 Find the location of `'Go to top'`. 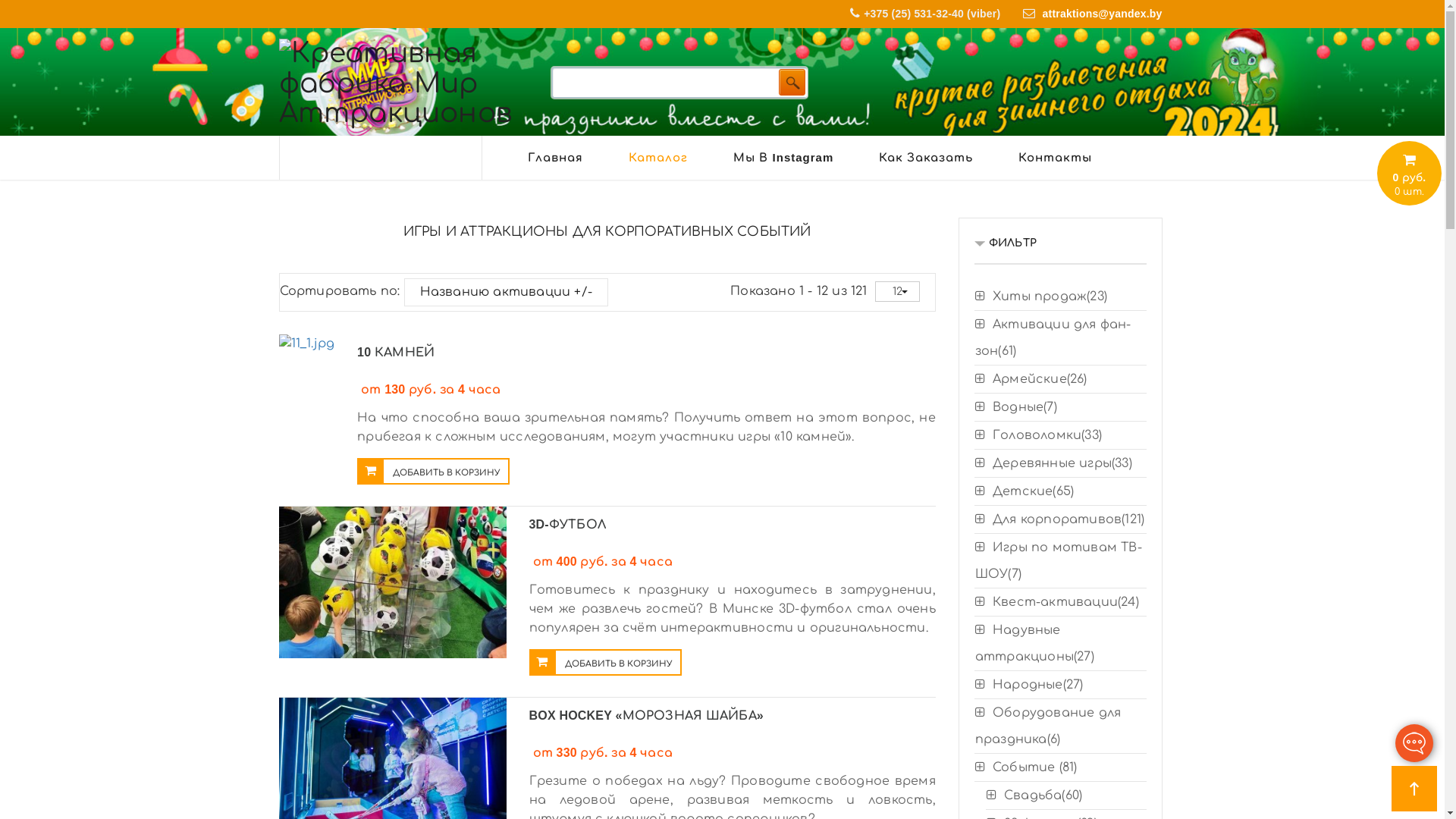

'Go to top' is located at coordinates (1414, 788).